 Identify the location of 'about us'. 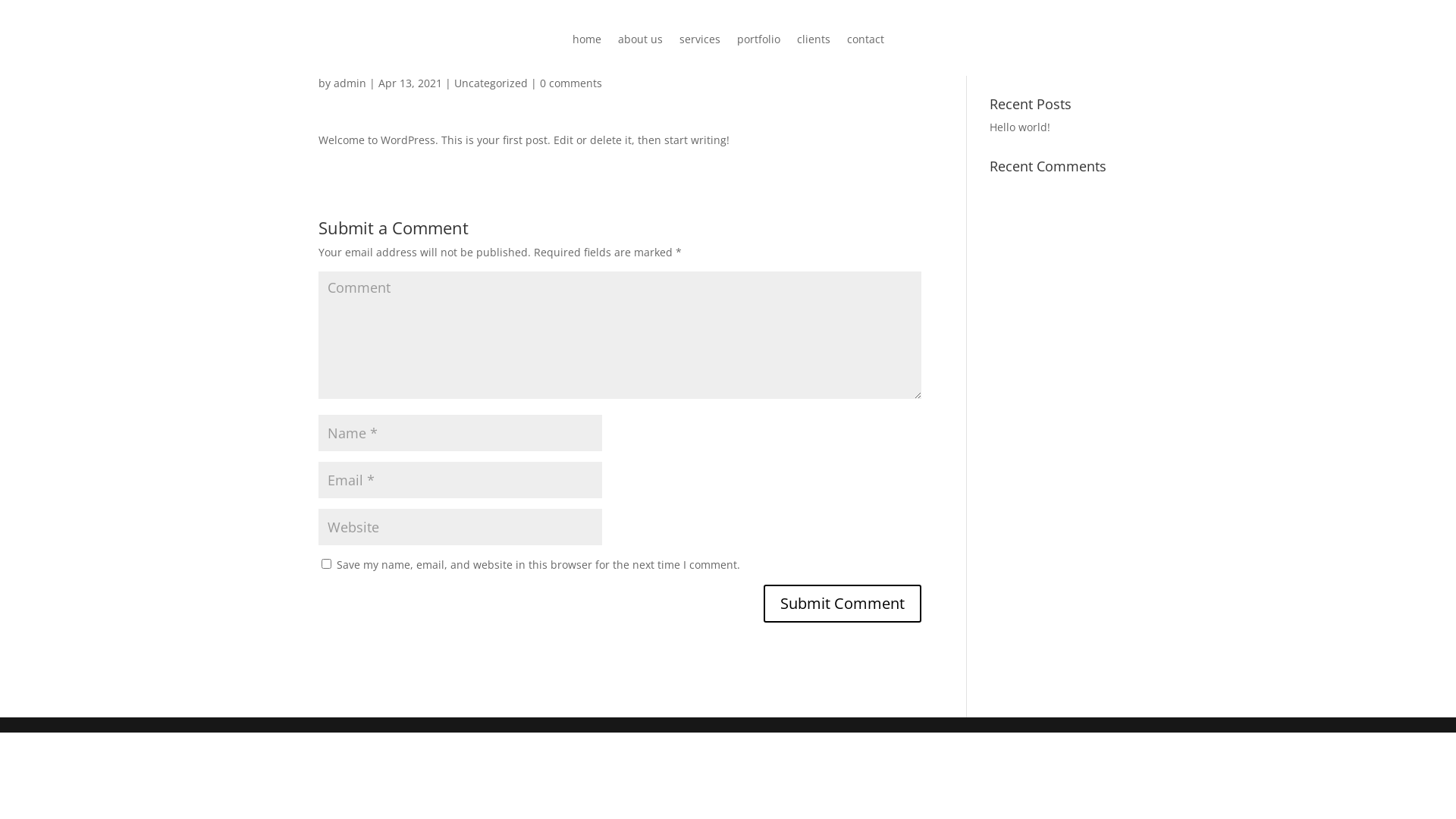
(639, 42).